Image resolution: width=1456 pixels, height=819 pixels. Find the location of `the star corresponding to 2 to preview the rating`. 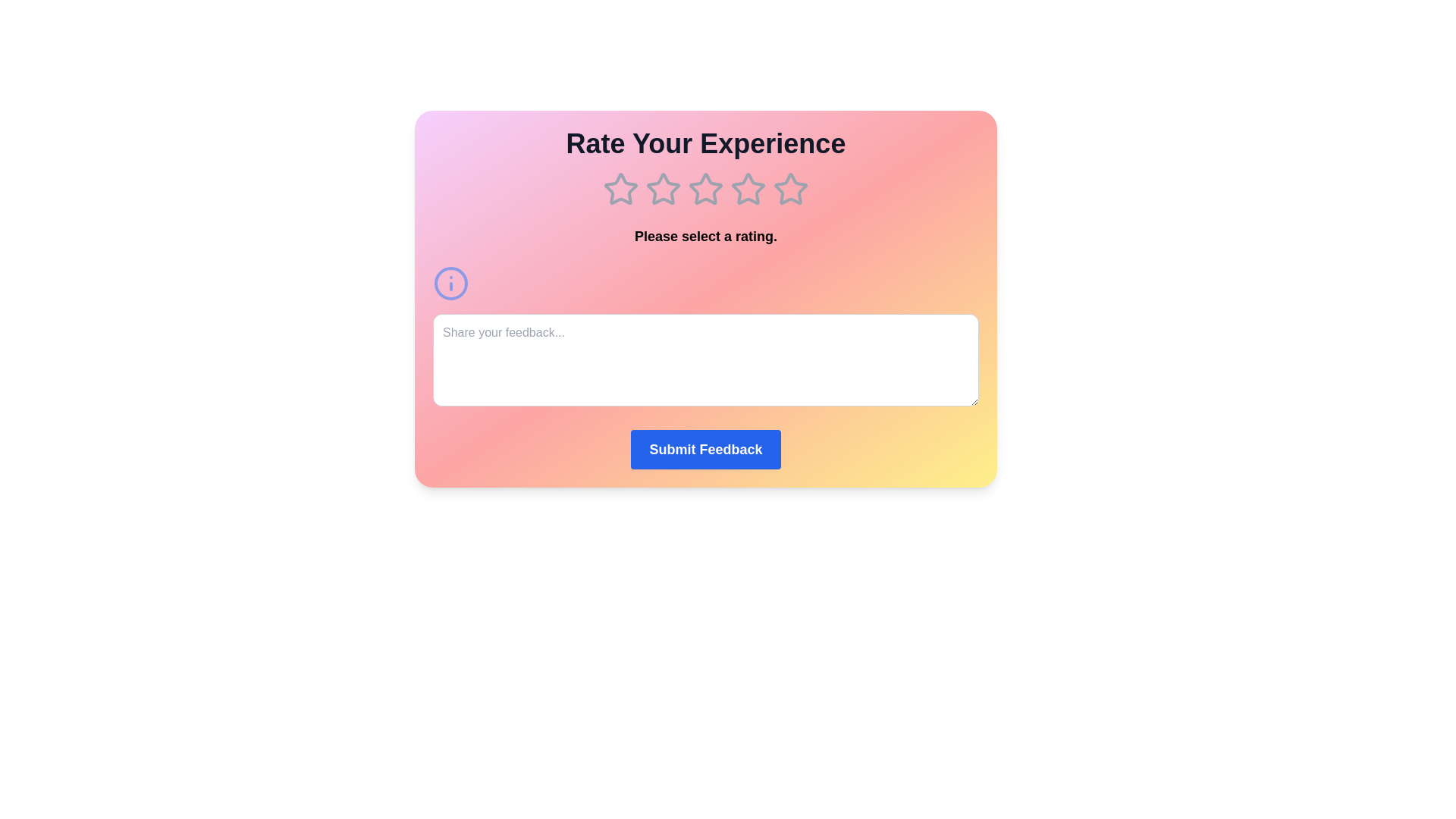

the star corresponding to 2 to preview the rating is located at coordinates (663, 189).